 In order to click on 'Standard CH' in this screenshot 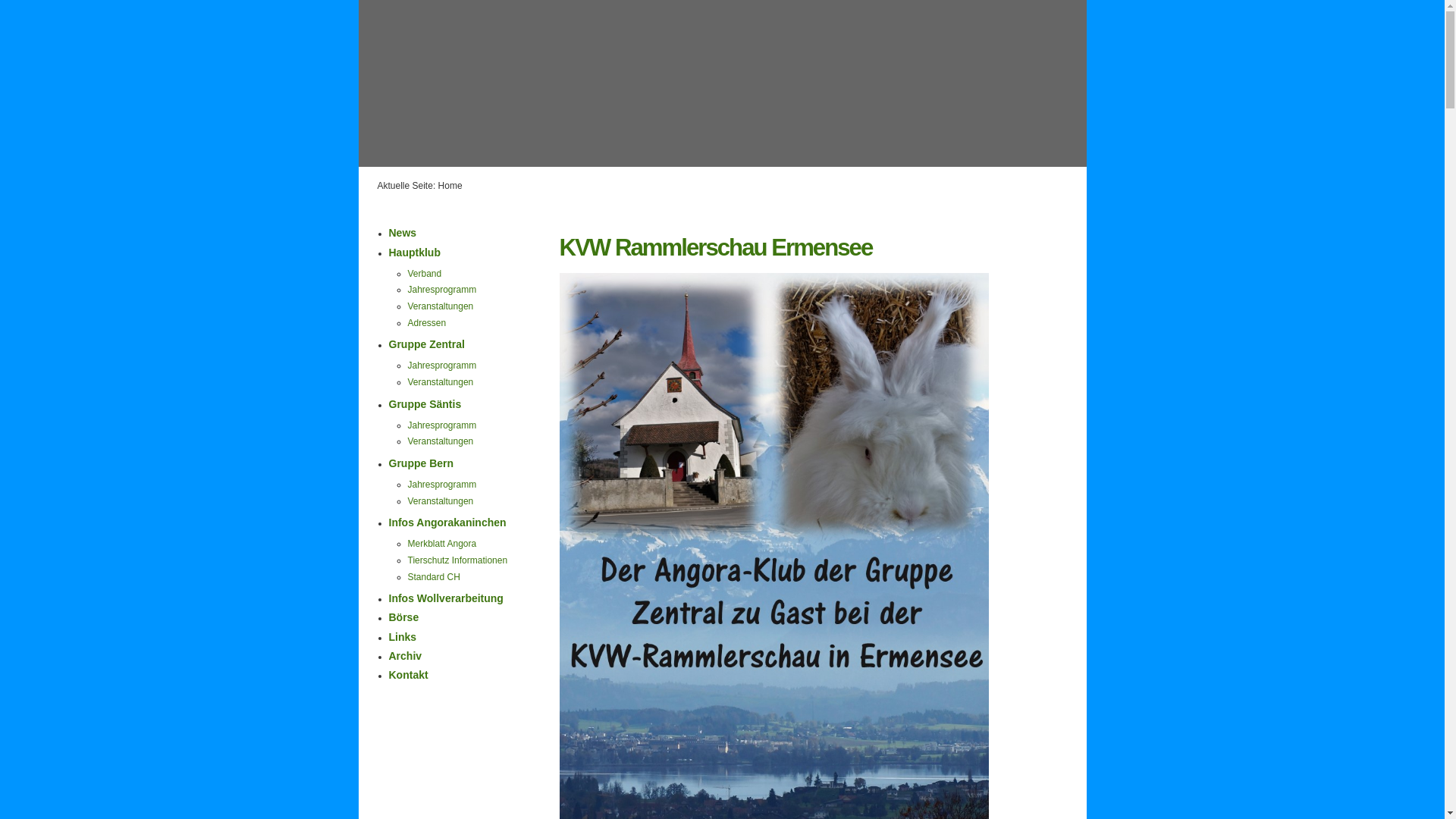, I will do `click(433, 576)`.